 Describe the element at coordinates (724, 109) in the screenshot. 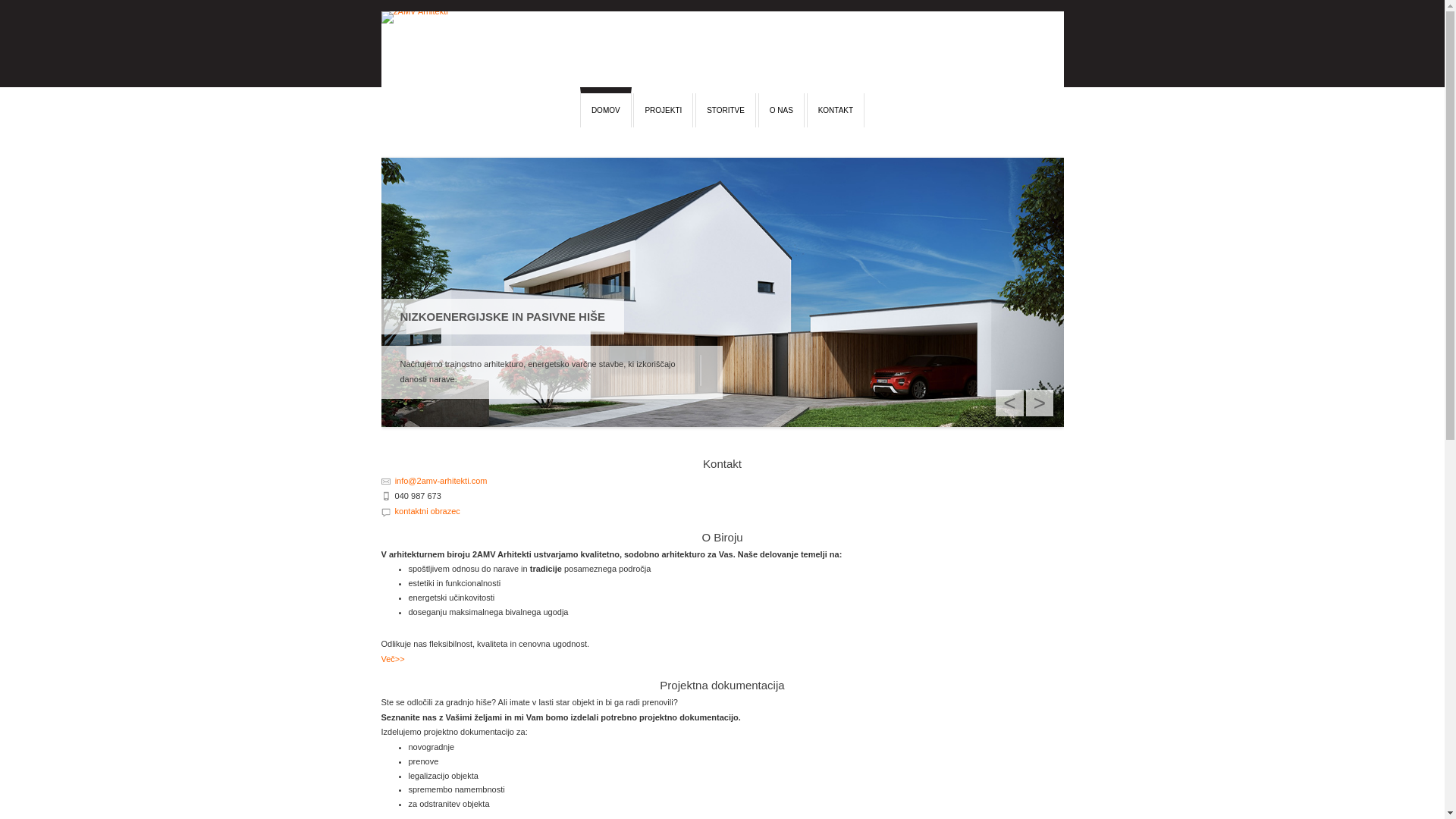

I see `'STORITVE'` at that location.